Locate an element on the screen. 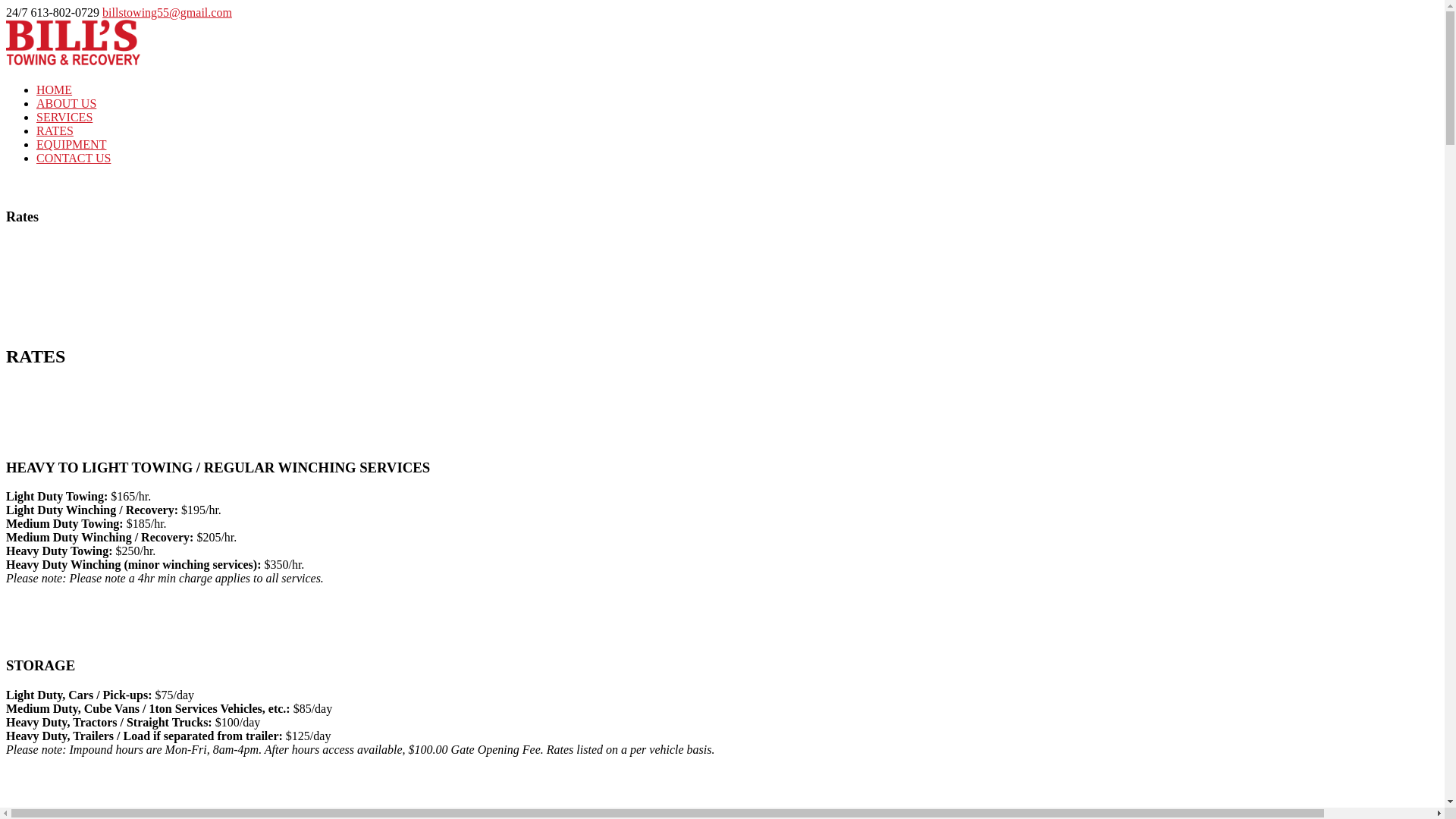 The height and width of the screenshot is (819, 1456). 'billstowing55@gmail.com' is located at coordinates (101, 12).